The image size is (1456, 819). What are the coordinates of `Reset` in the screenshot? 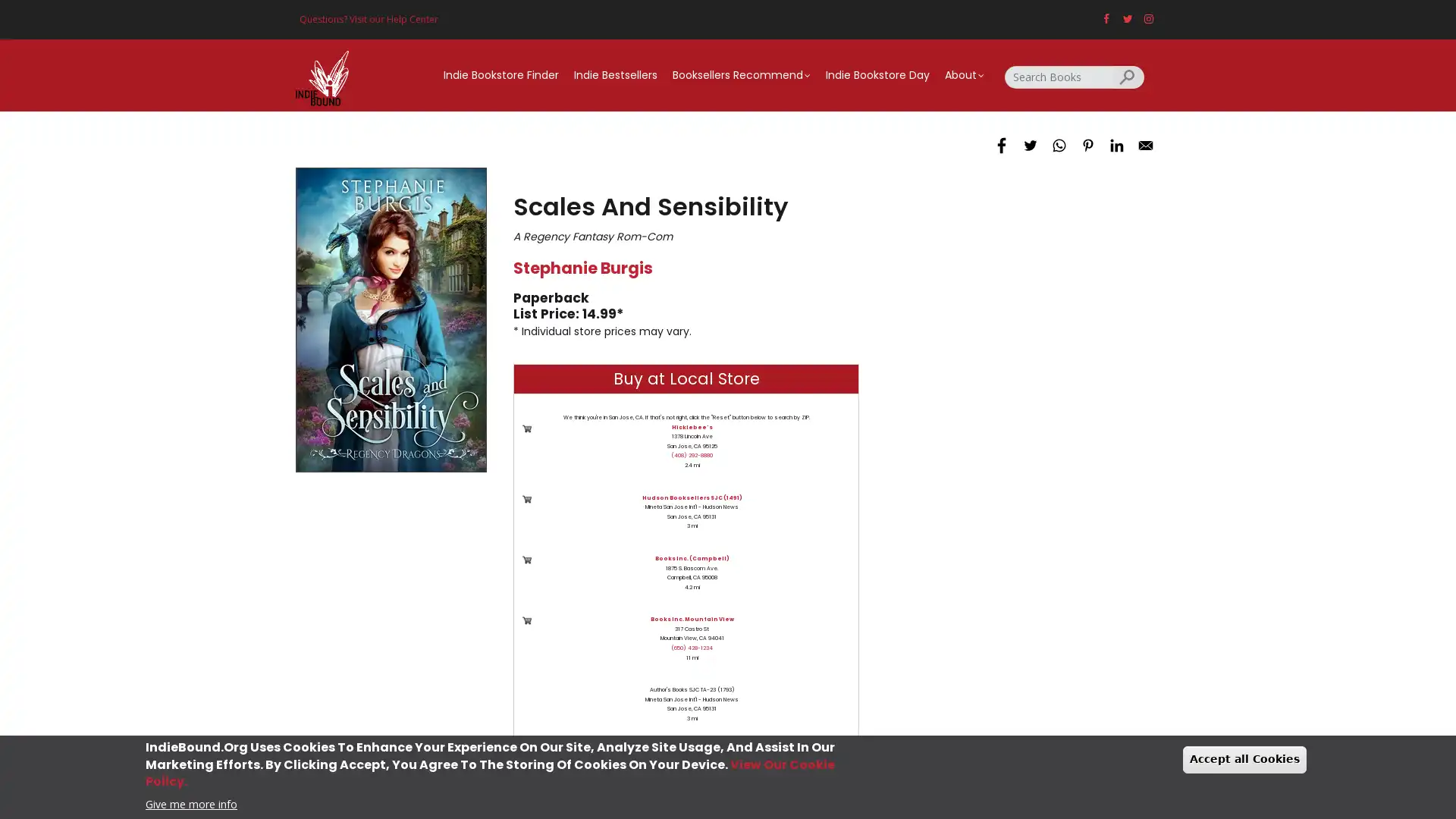 It's located at (634, 765).